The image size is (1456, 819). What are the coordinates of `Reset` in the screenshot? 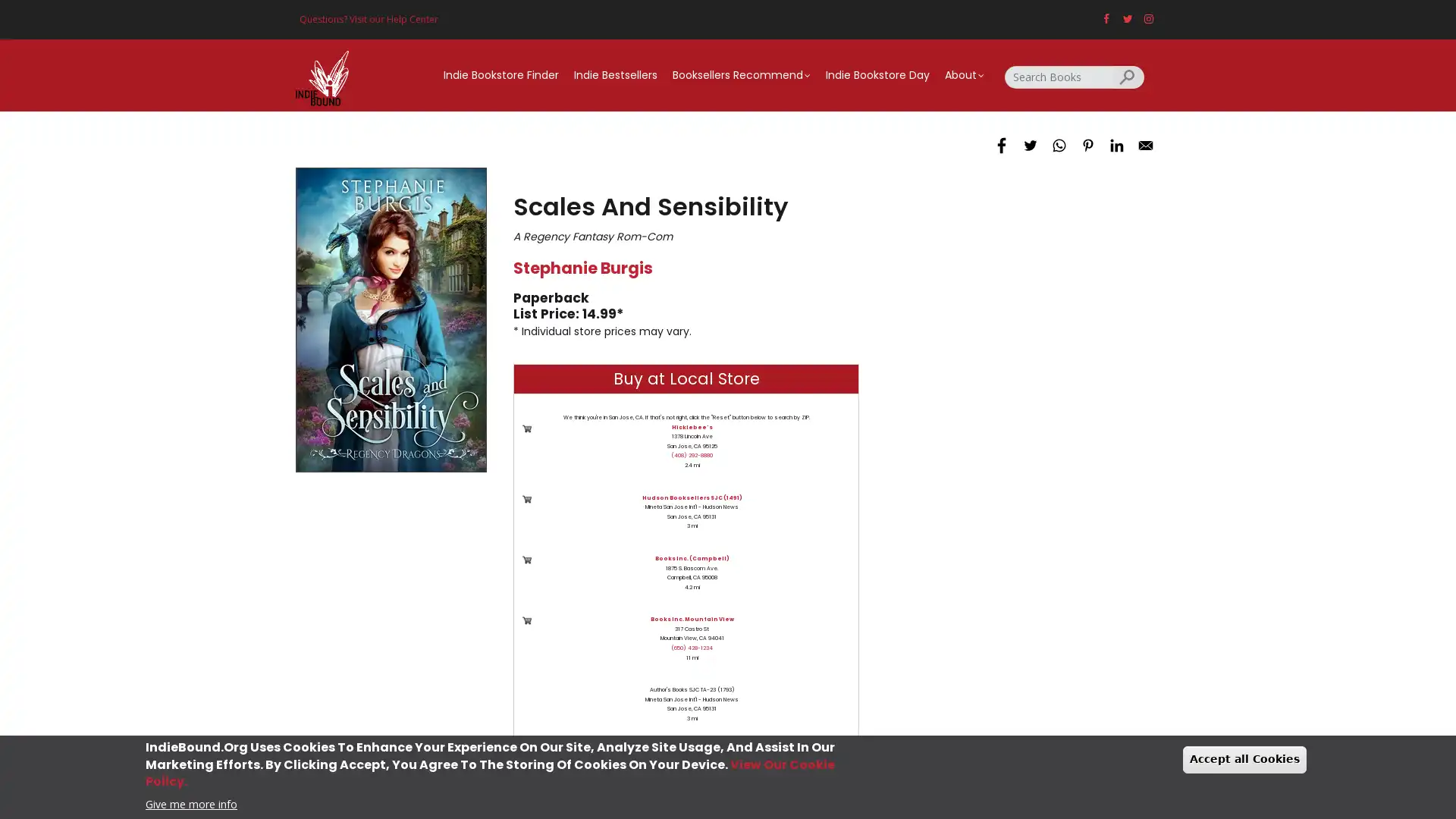 It's located at (634, 765).